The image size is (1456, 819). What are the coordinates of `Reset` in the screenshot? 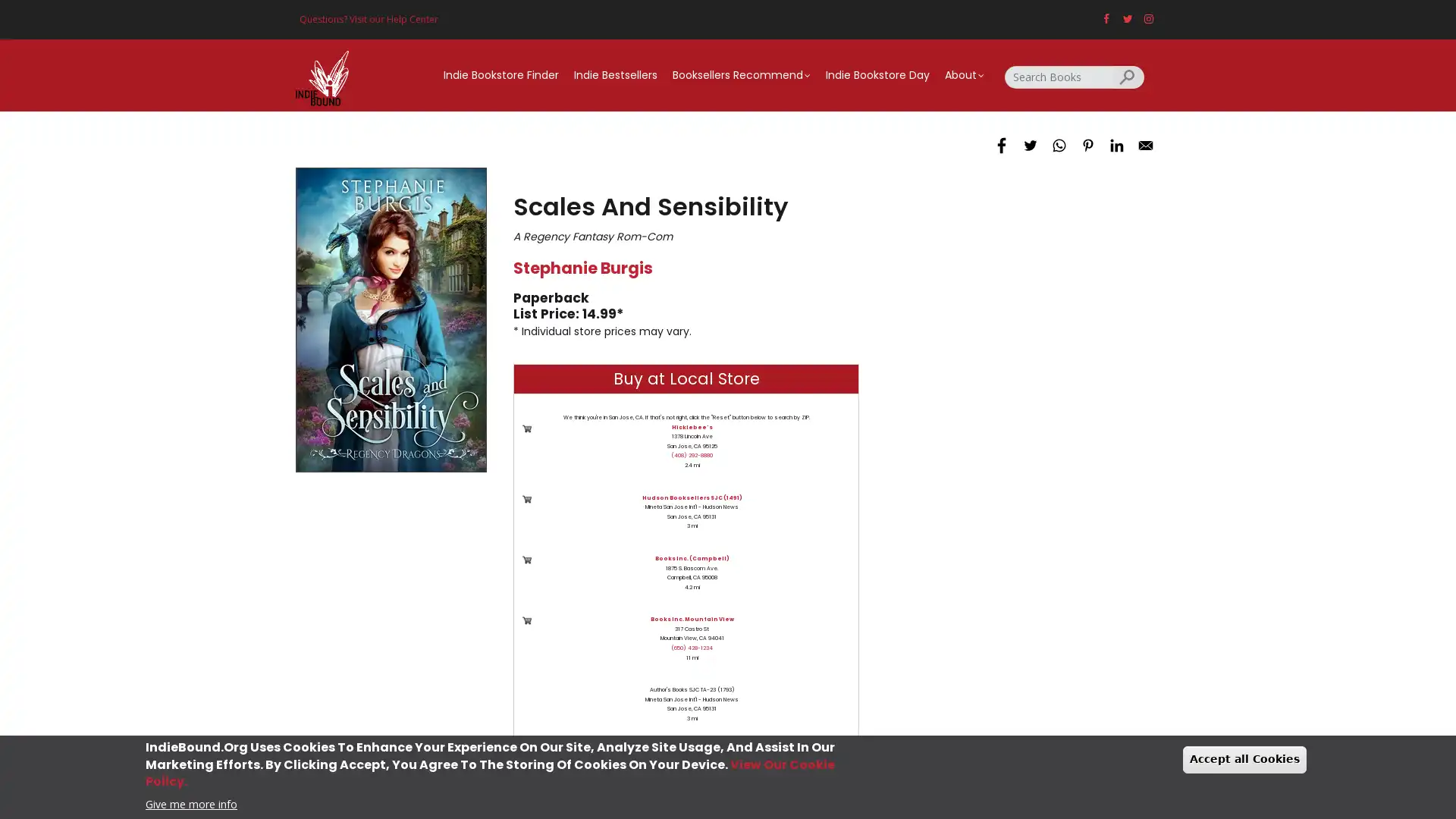 It's located at (634, 765).